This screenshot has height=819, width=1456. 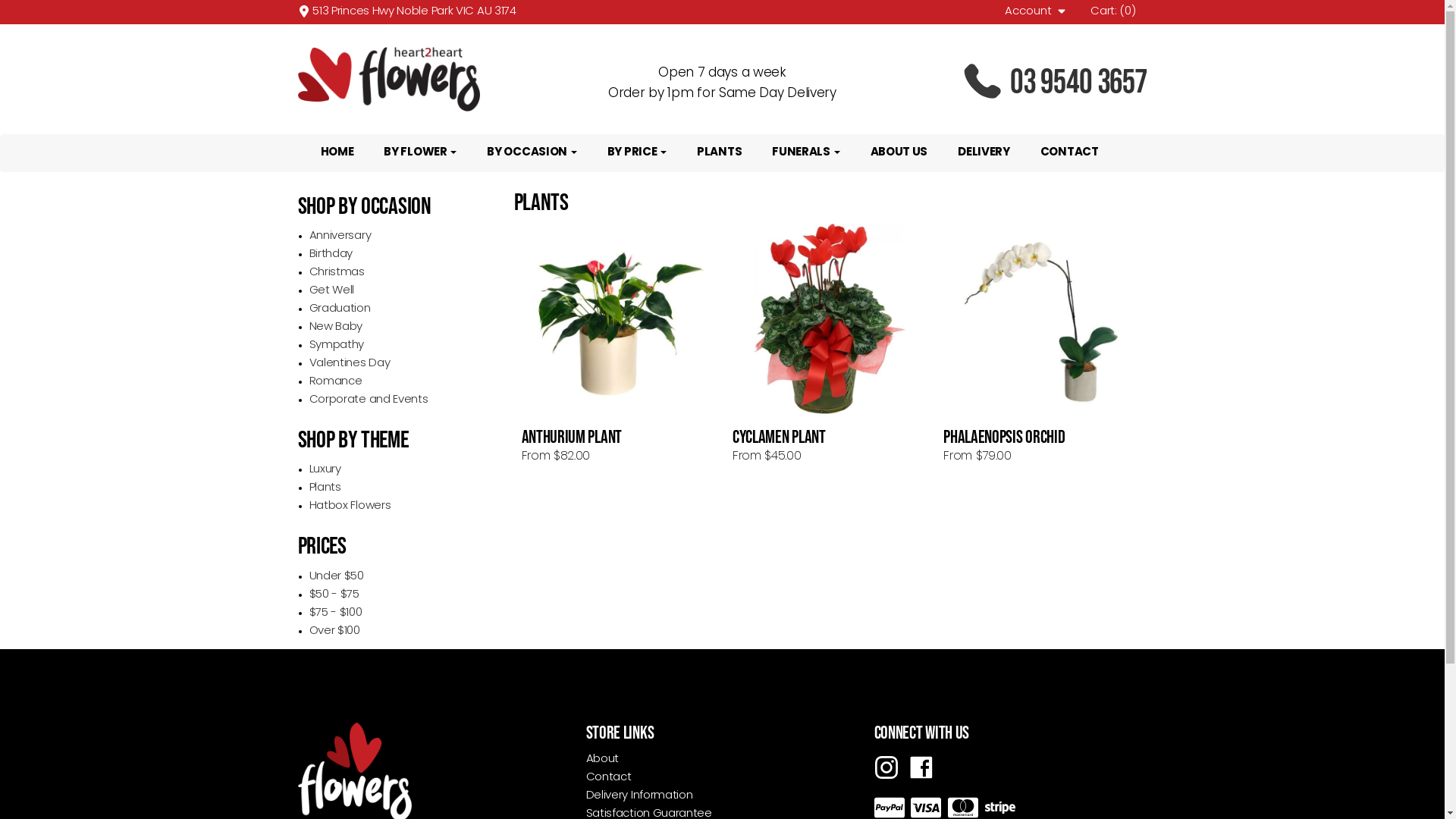 What do you see at coordinates (368, 152) in the screenshot?
I see `'BY FLOWER'` at bounding box center [368, 152].